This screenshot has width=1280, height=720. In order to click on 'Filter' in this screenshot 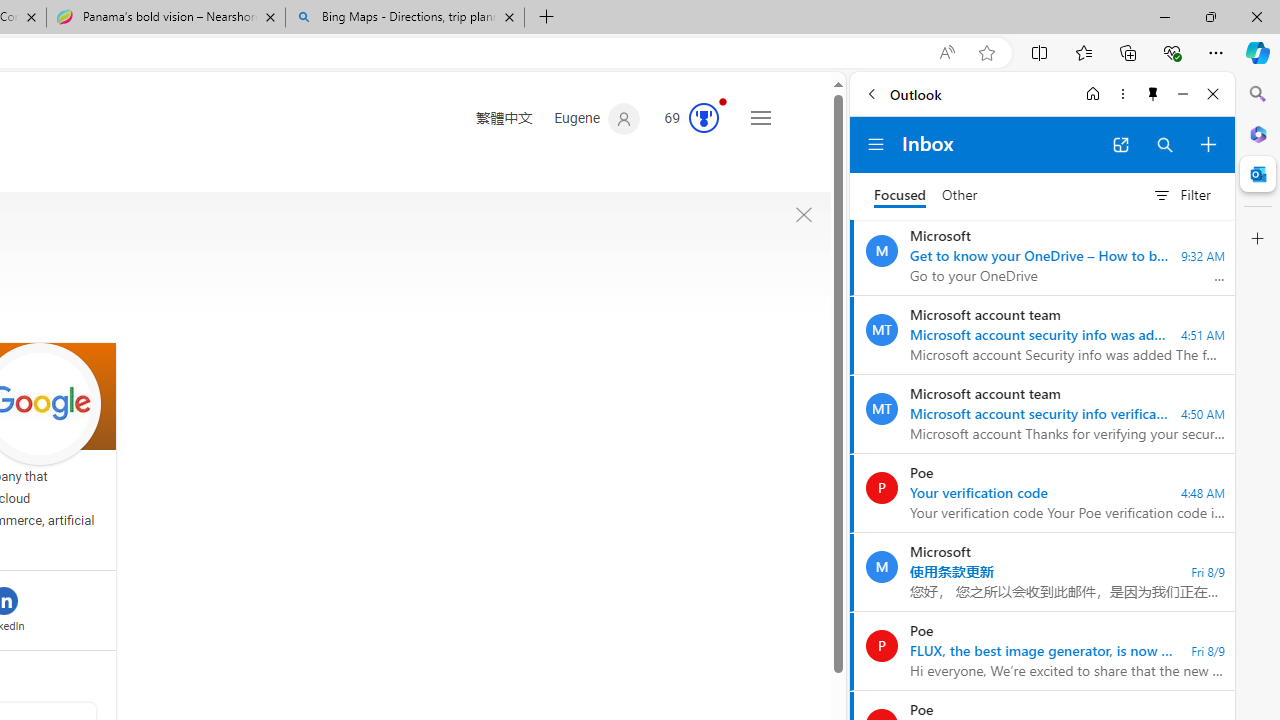, I will do `click(1181, 195)`.